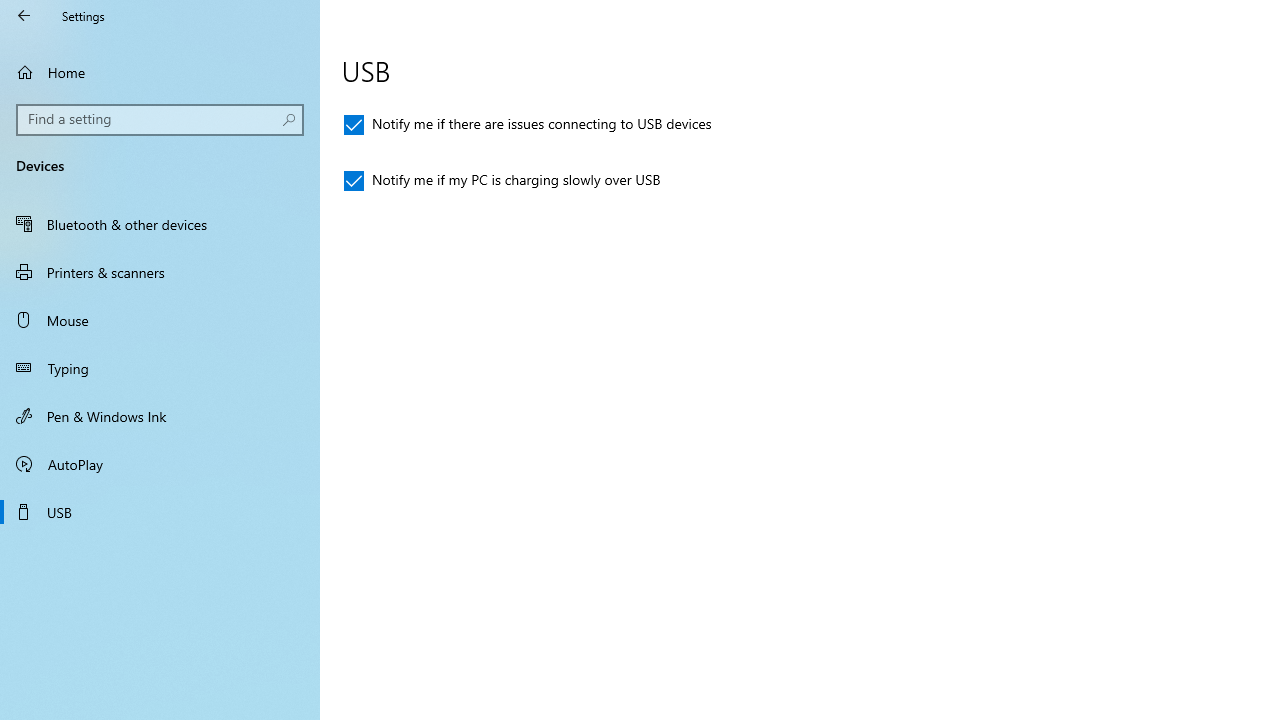 The image size is (1280, 720). I want to click on 'Search box, Find a setting', so click(160, 119).